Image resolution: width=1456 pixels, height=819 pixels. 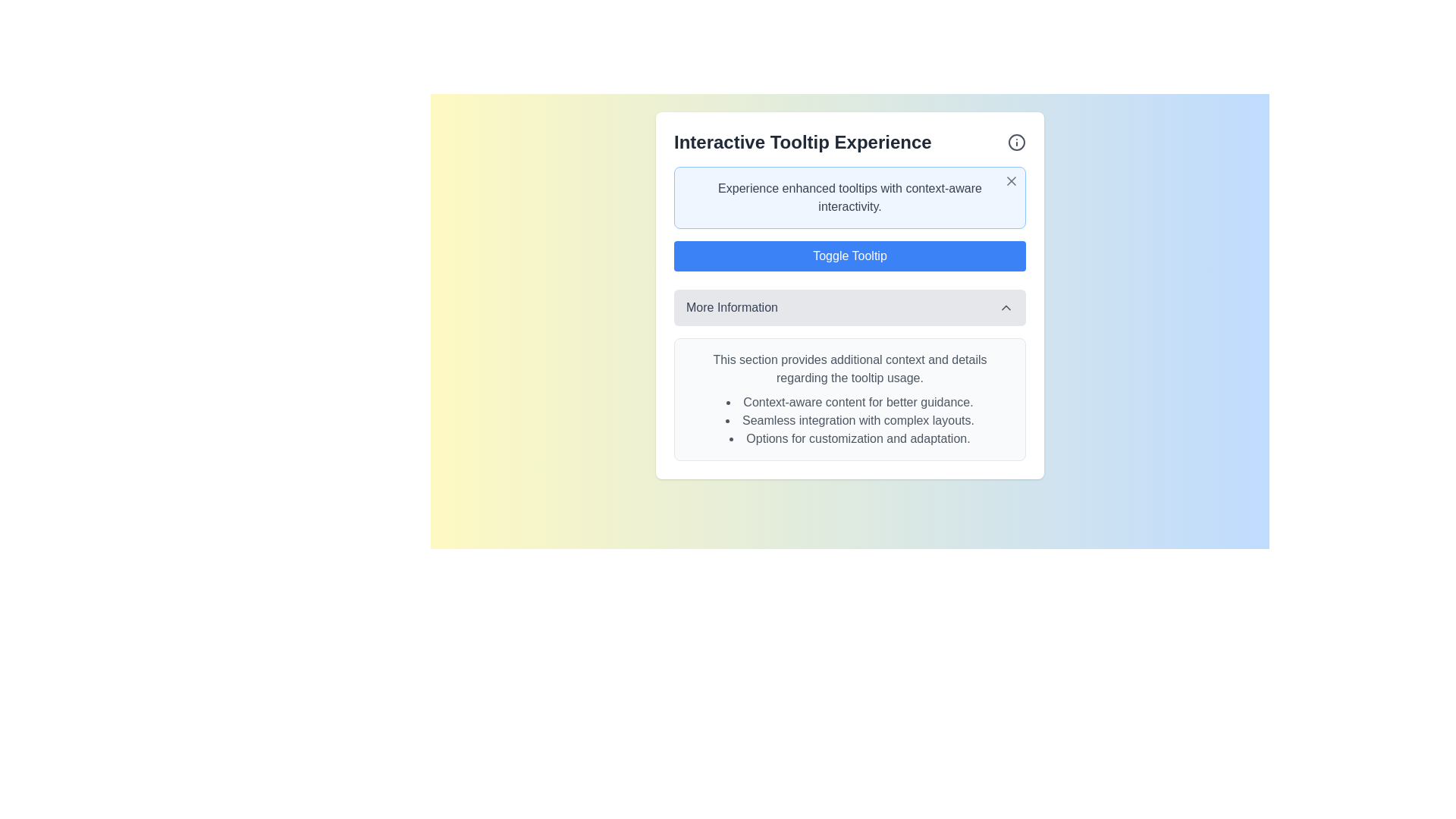 What do you see at coordinates (1006, 307) in the screenshot?
I see `the toggle button (icon-based) located to the right of the 'More Information' label` at bounding box center [1006, 307].